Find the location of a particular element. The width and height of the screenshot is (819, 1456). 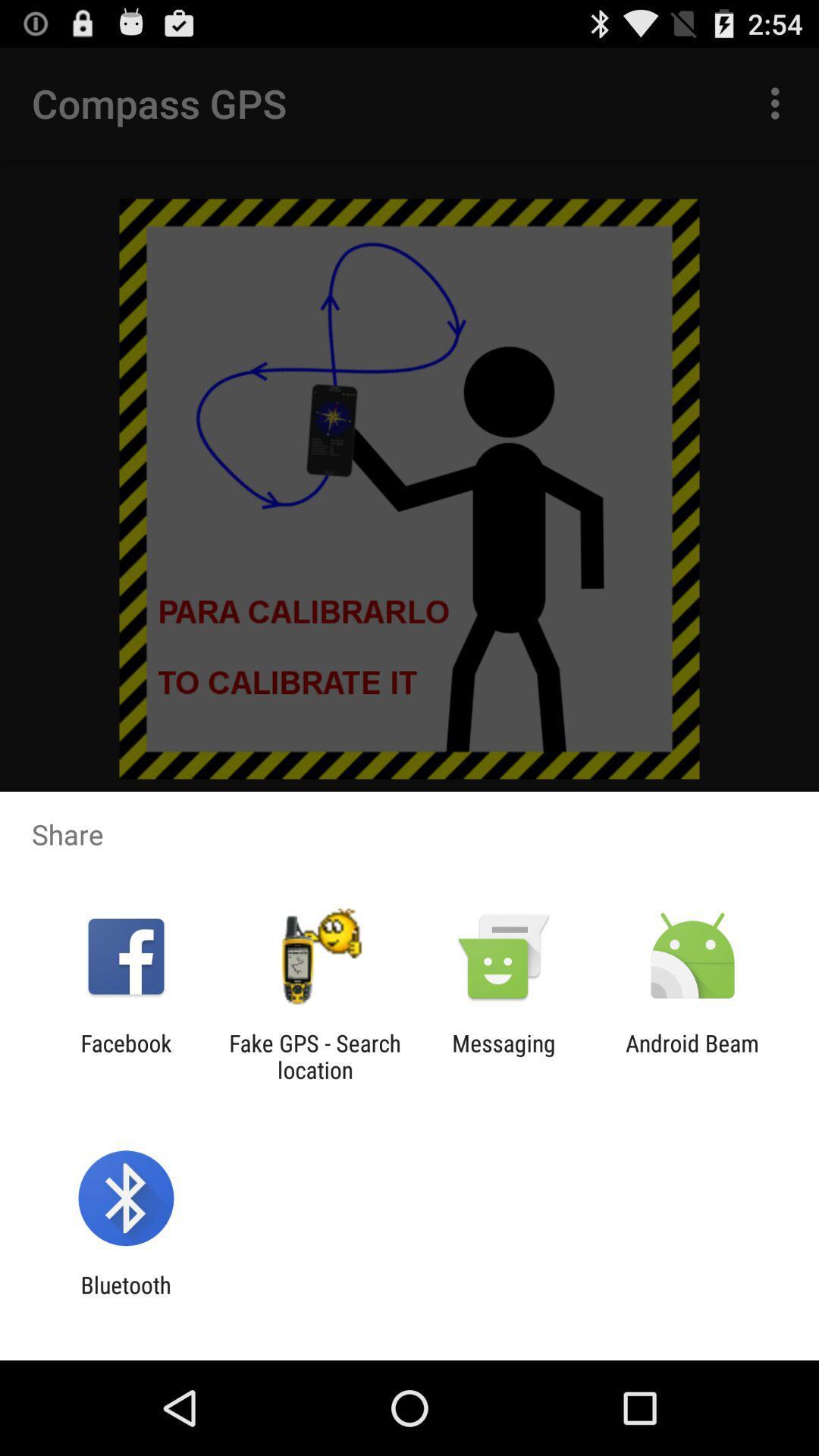

item to the left of android beam is located at coordinates (504, 1056).